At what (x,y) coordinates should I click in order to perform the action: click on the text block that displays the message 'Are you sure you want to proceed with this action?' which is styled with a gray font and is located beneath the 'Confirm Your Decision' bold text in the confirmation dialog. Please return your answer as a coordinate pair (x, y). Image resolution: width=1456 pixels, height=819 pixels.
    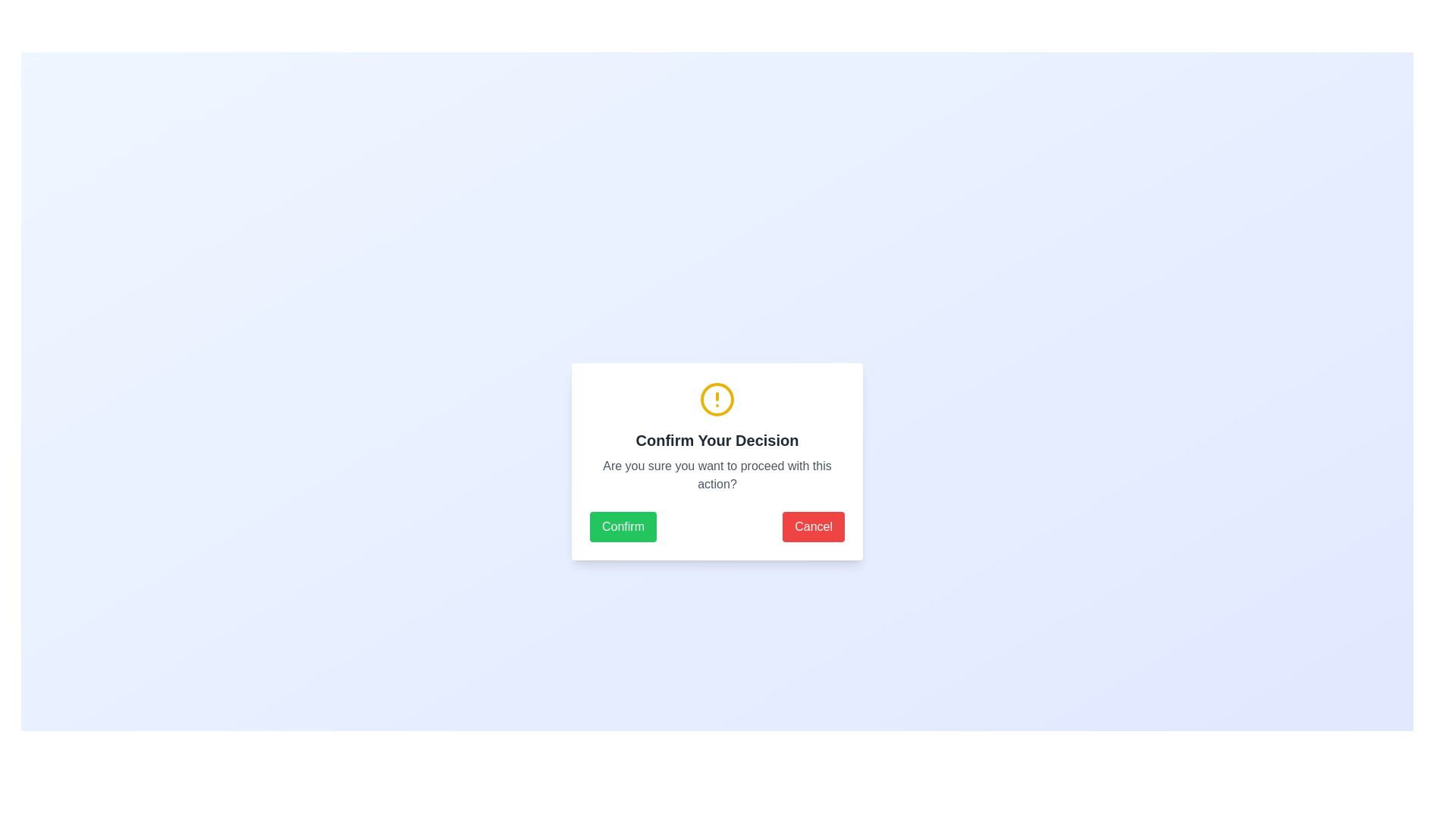
    Looking at the image, I should click on (716, 475).